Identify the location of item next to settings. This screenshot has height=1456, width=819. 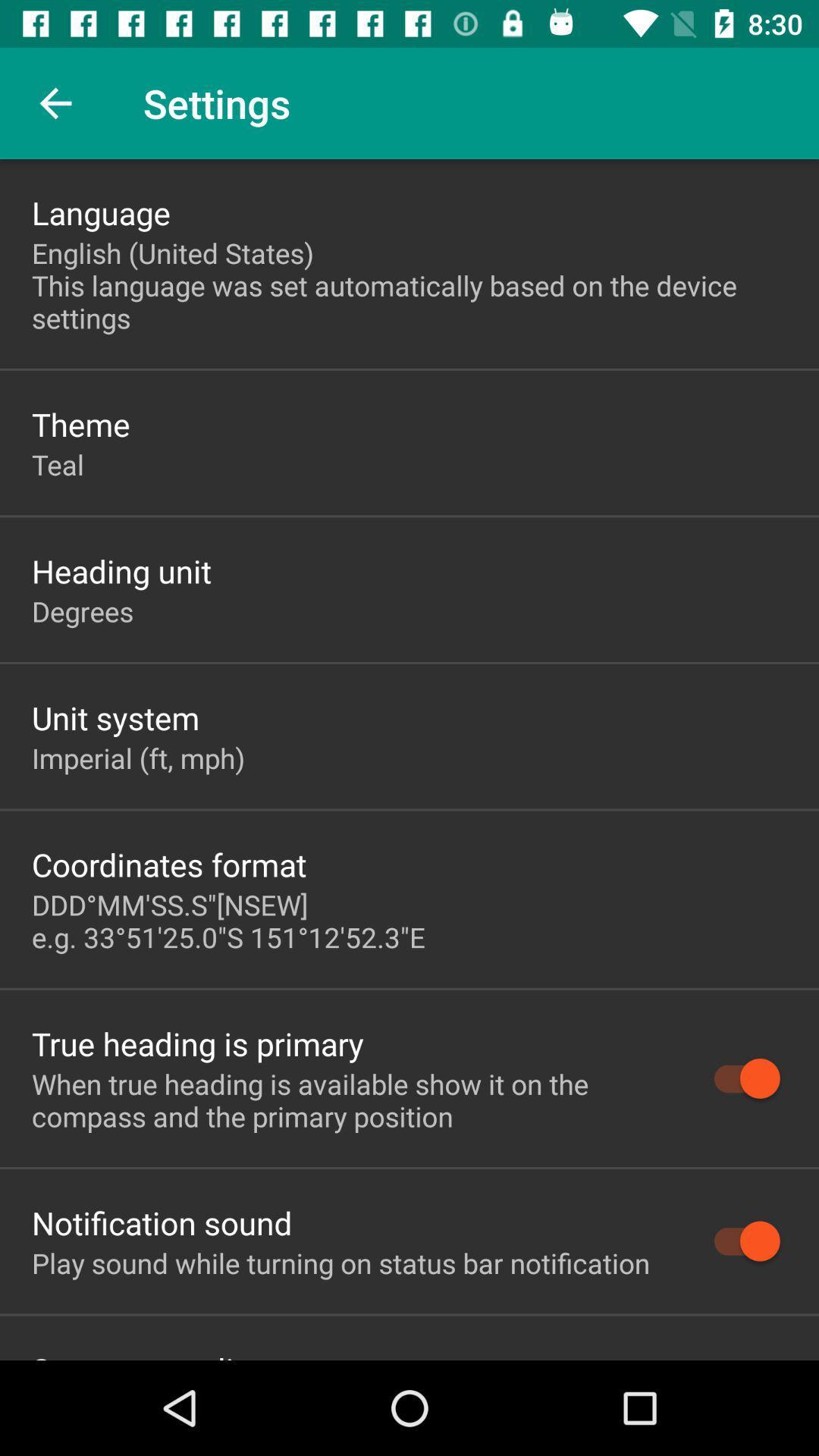
(55, 102).